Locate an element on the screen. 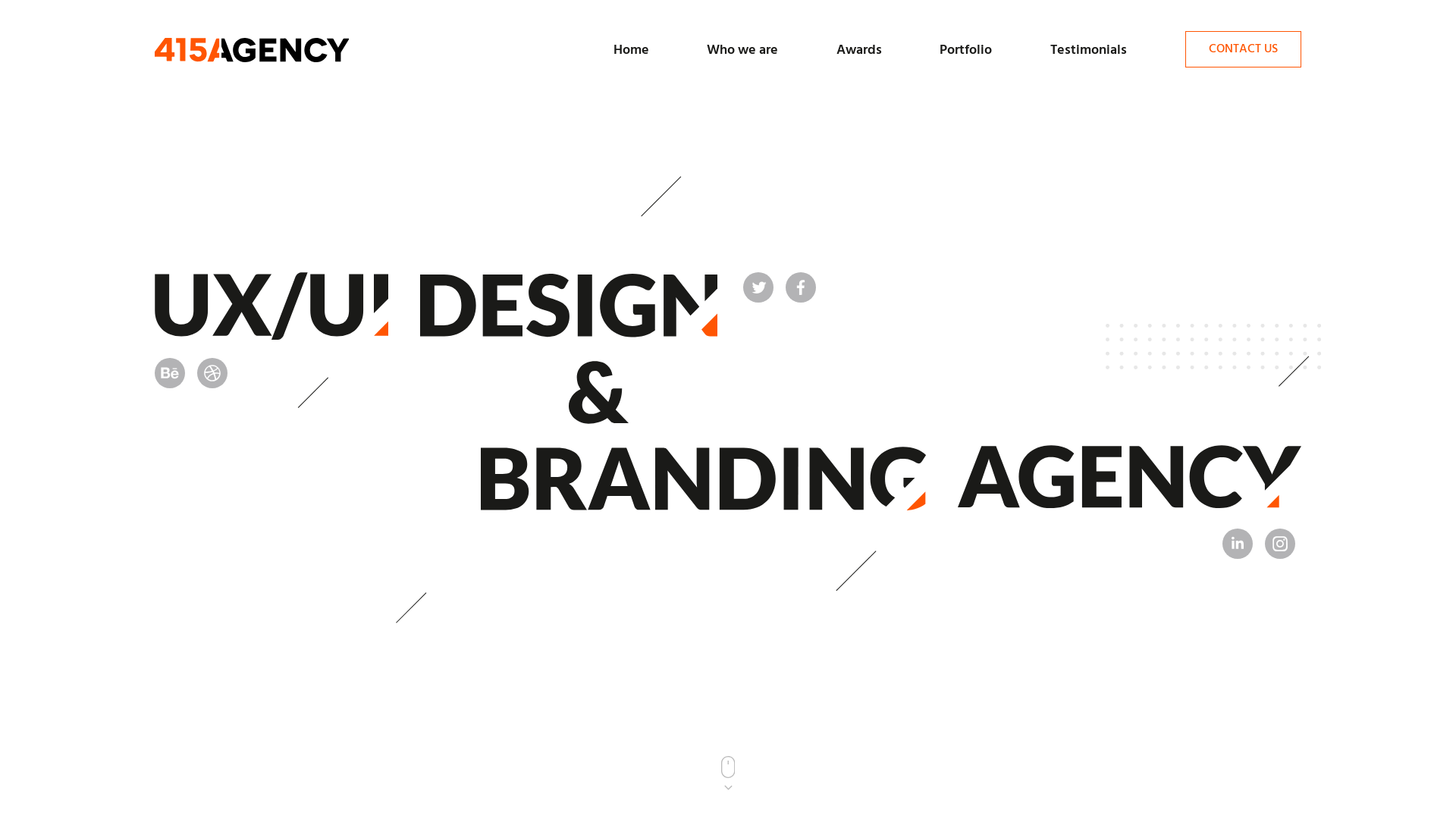 The height and width of the screenshot is (819, 1456). 'Awards' is located at coordinates (858, 49).